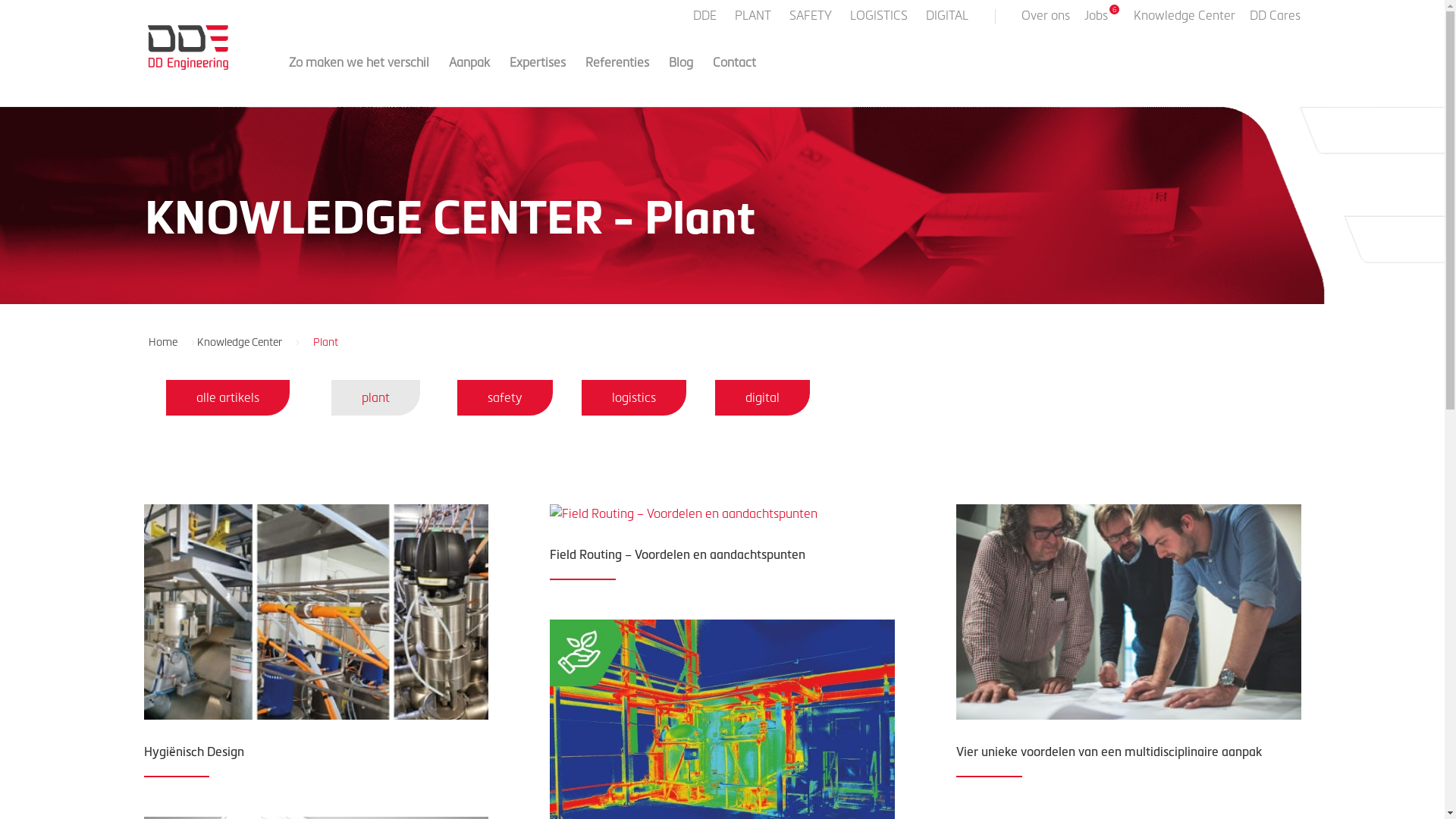 The image size is (1456, 819). Describe the element at coordinates (469, 75) in the screenshot. I see `'Aanpak'` at that location.